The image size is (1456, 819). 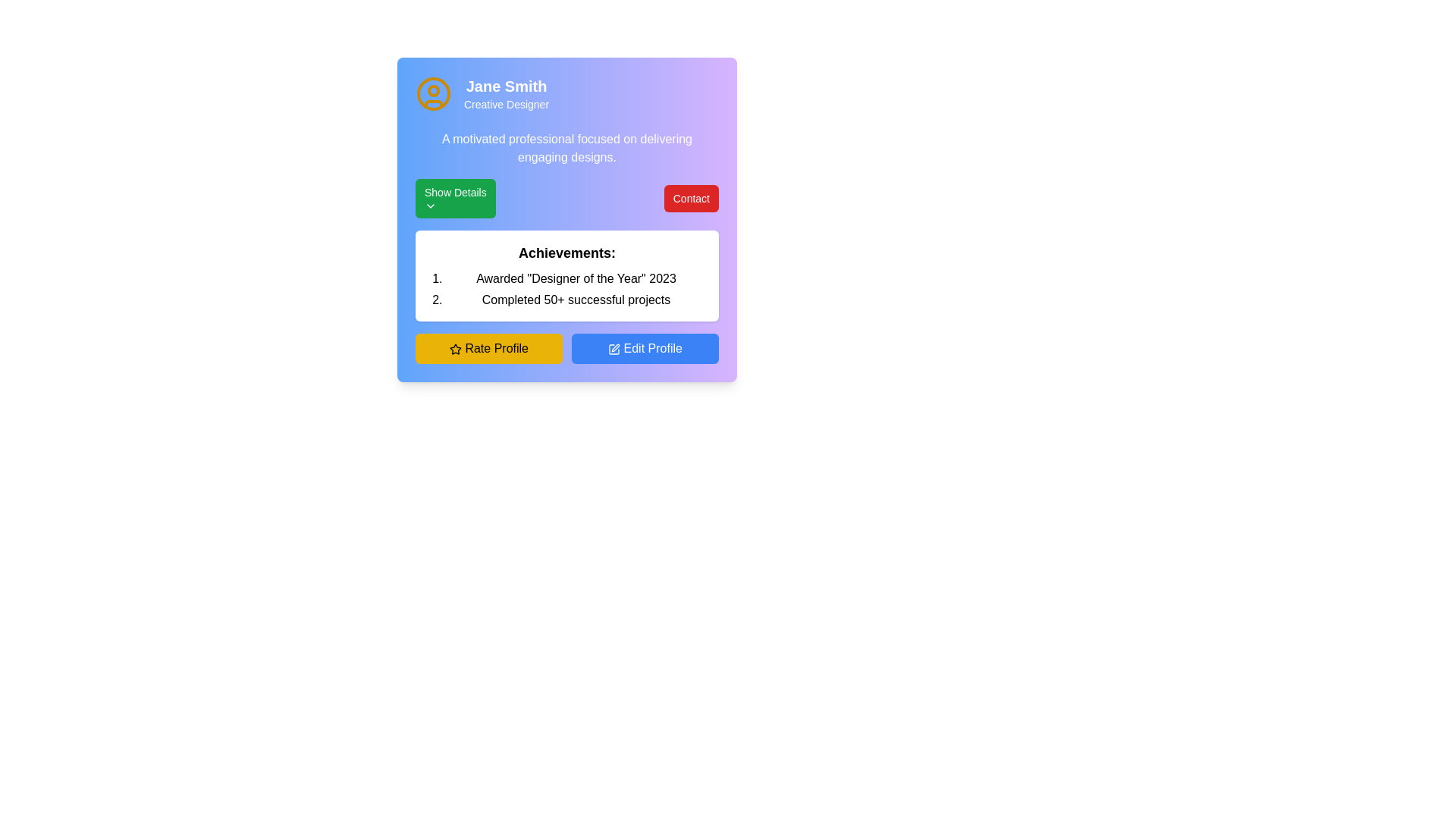 I want to click on the largest circular graphical component that forms the outer boundary of the user icon in the top-left corner of the user profile card, so click(x=432, y=93).